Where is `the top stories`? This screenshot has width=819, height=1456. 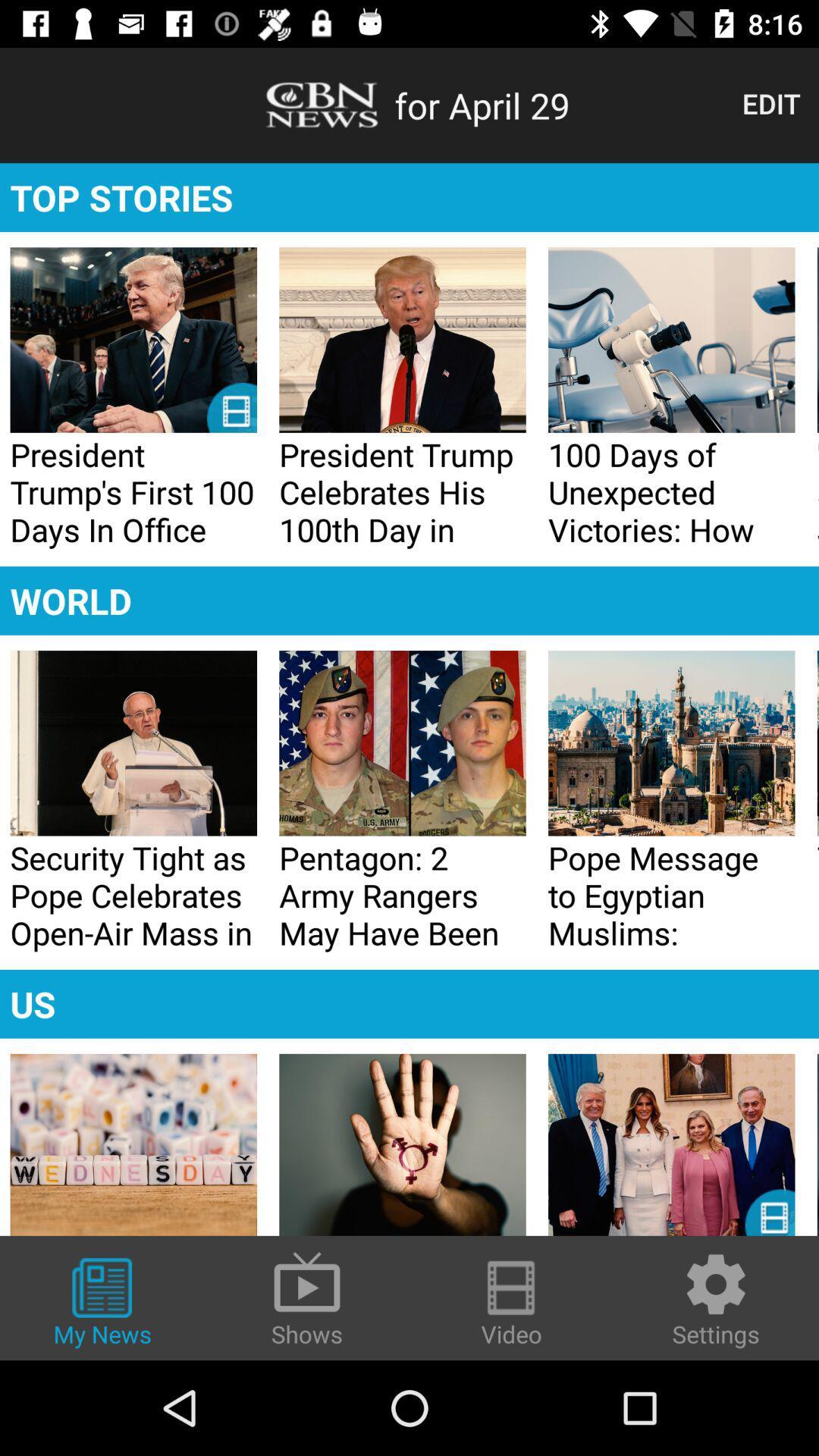
the top stories is located at coordinates (409, 196).